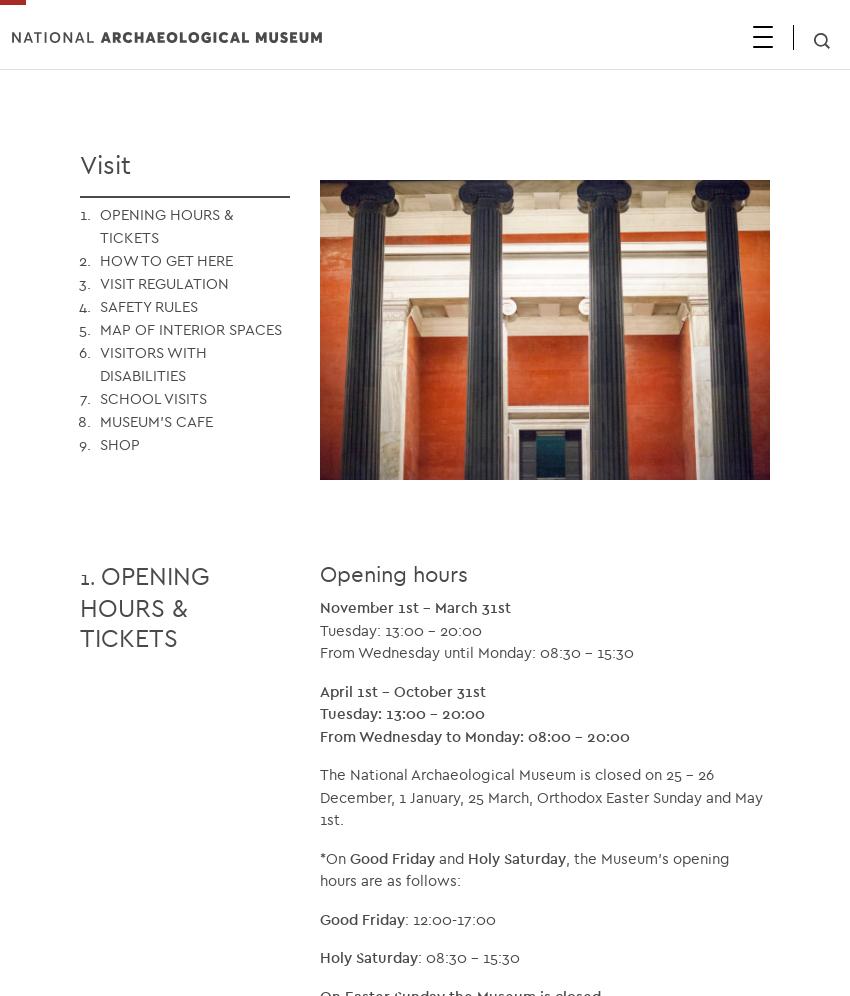 Image resolution: width=850 pixels, height=996 pixels. What do you see at coordinates (119, 443) in the screenshot?
I see `'SHOP'` at bounding box center [119, 443].